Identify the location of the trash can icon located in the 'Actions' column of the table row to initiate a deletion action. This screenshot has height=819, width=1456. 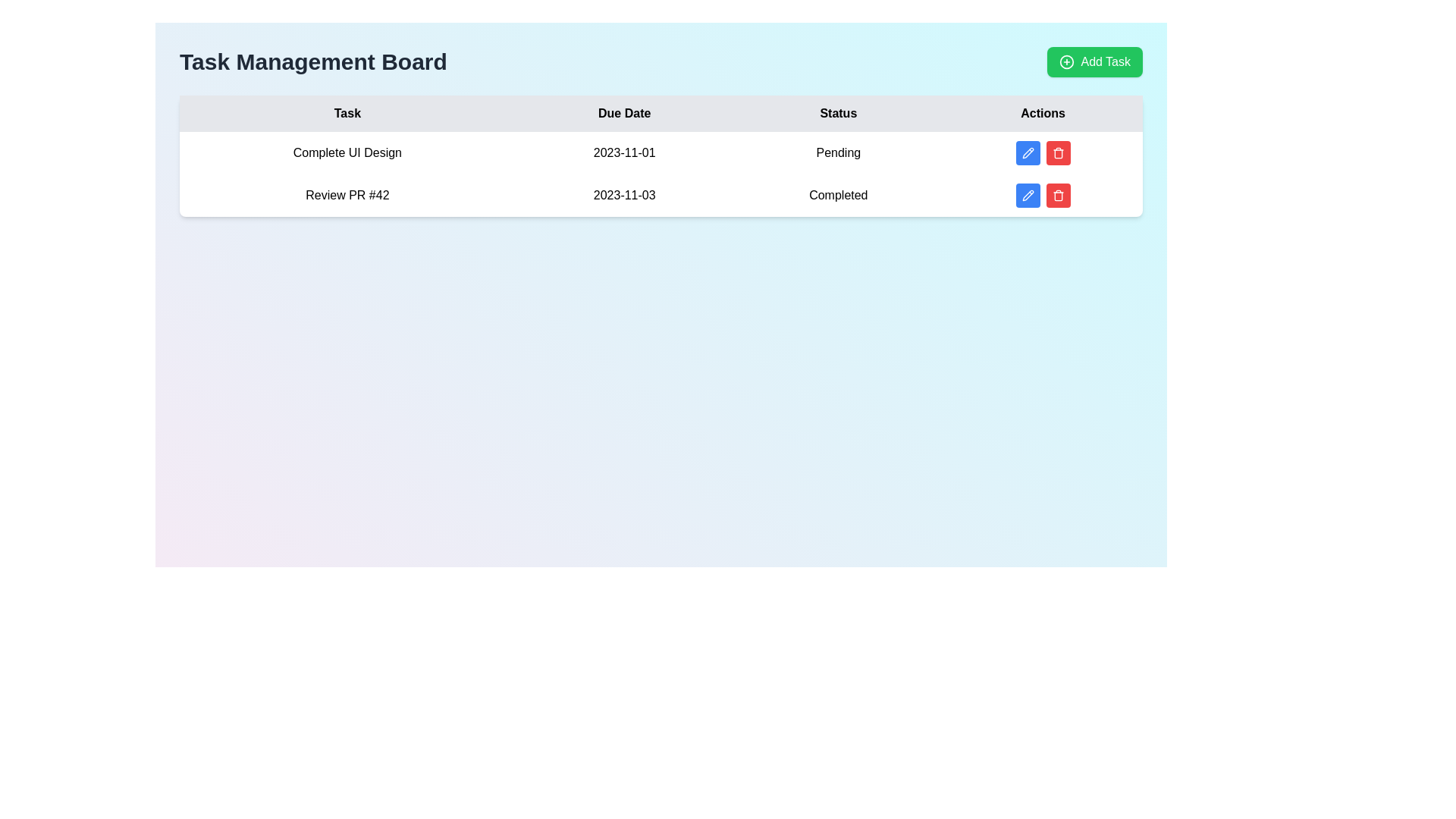
(1057, 195).